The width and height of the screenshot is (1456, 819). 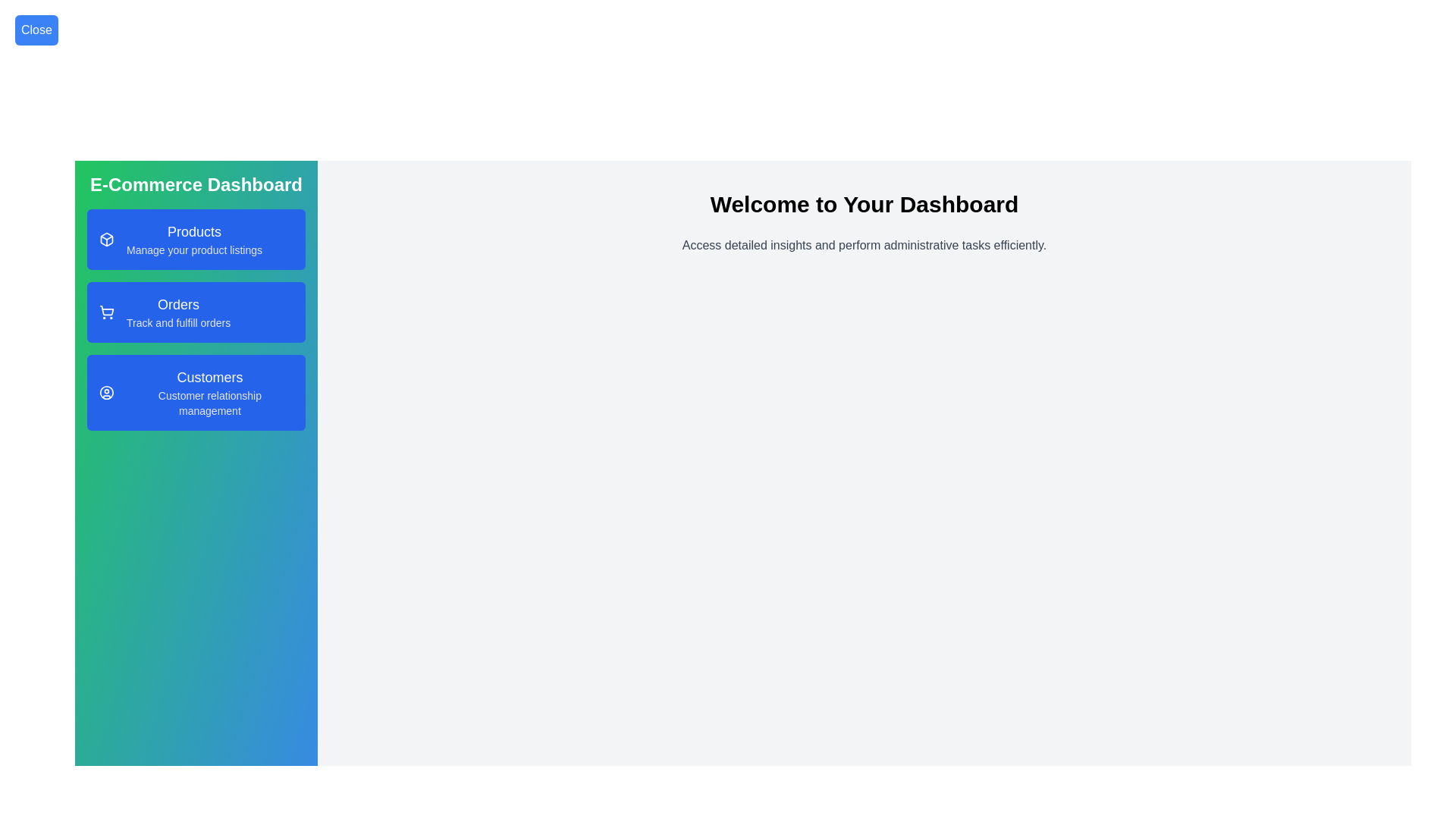 What do you see at coordinates (196, 391) in the screenshot?
I see `the Customers section from the sidebar` at bounding box center [196, 391].